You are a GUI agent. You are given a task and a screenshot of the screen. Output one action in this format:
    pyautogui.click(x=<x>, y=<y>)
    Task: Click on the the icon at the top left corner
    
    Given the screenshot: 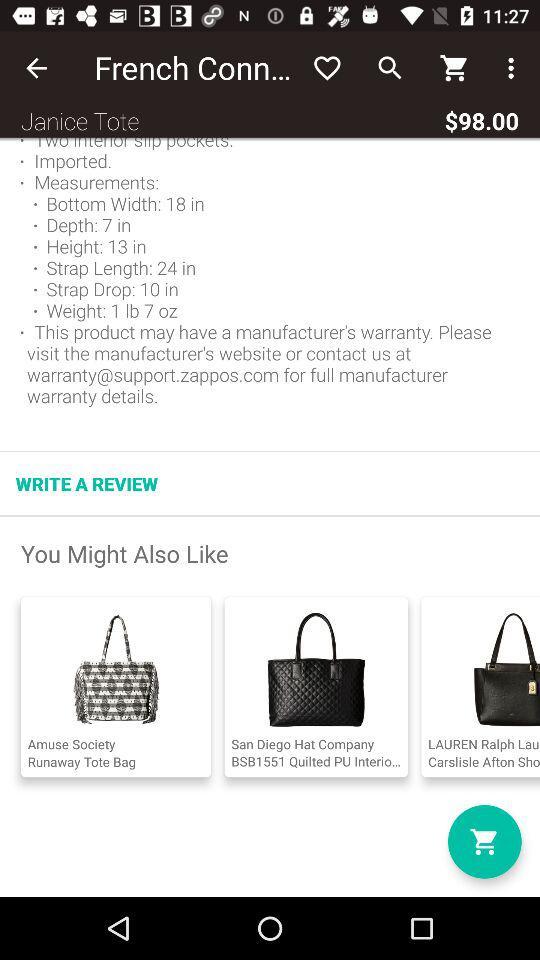 What is the action you would take?
    pyautogui.click(x=36, y=68)
    